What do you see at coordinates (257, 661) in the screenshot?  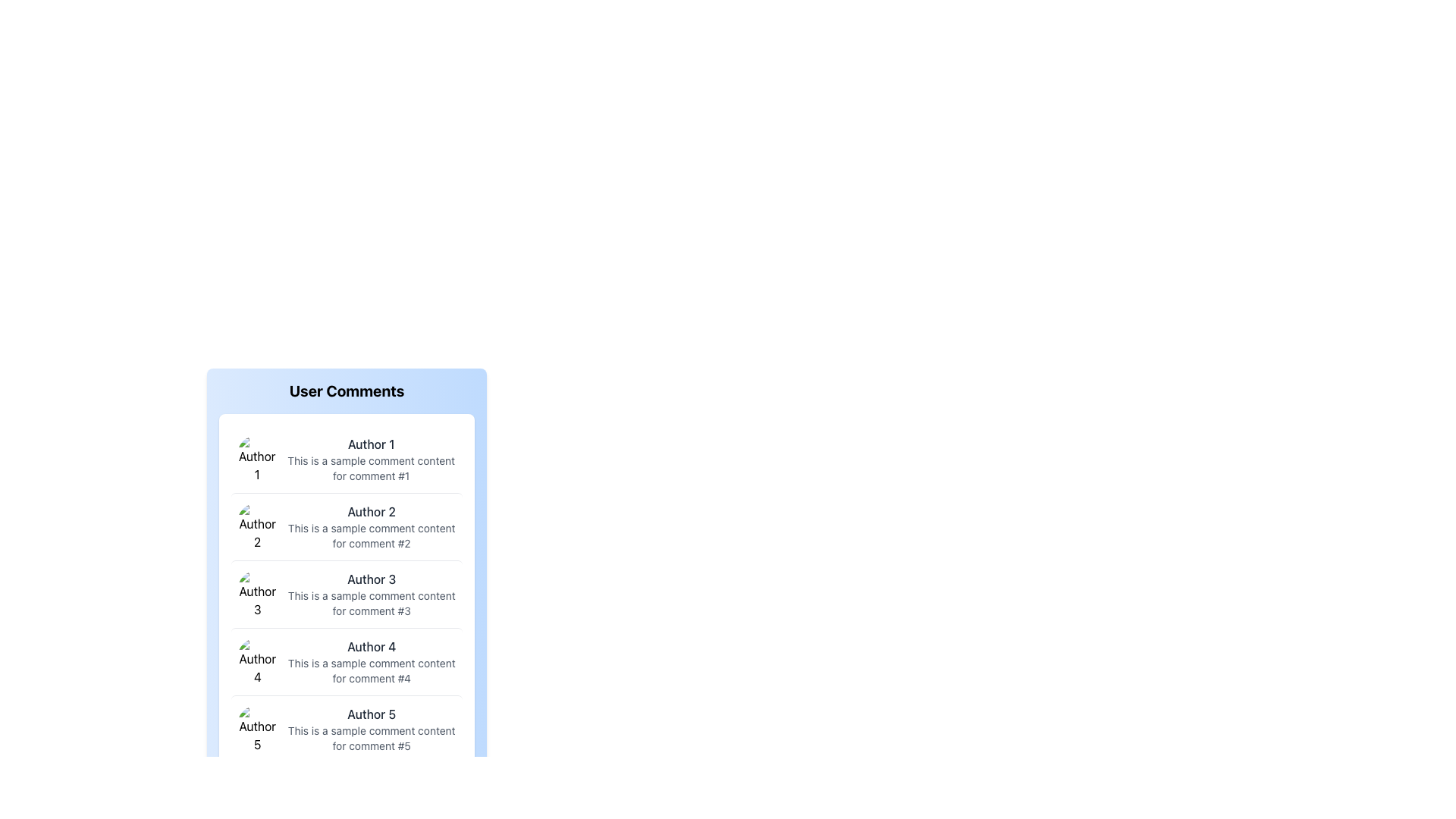 I see `the profile picture of 'Author 4'` at bounding box center [257, 661].